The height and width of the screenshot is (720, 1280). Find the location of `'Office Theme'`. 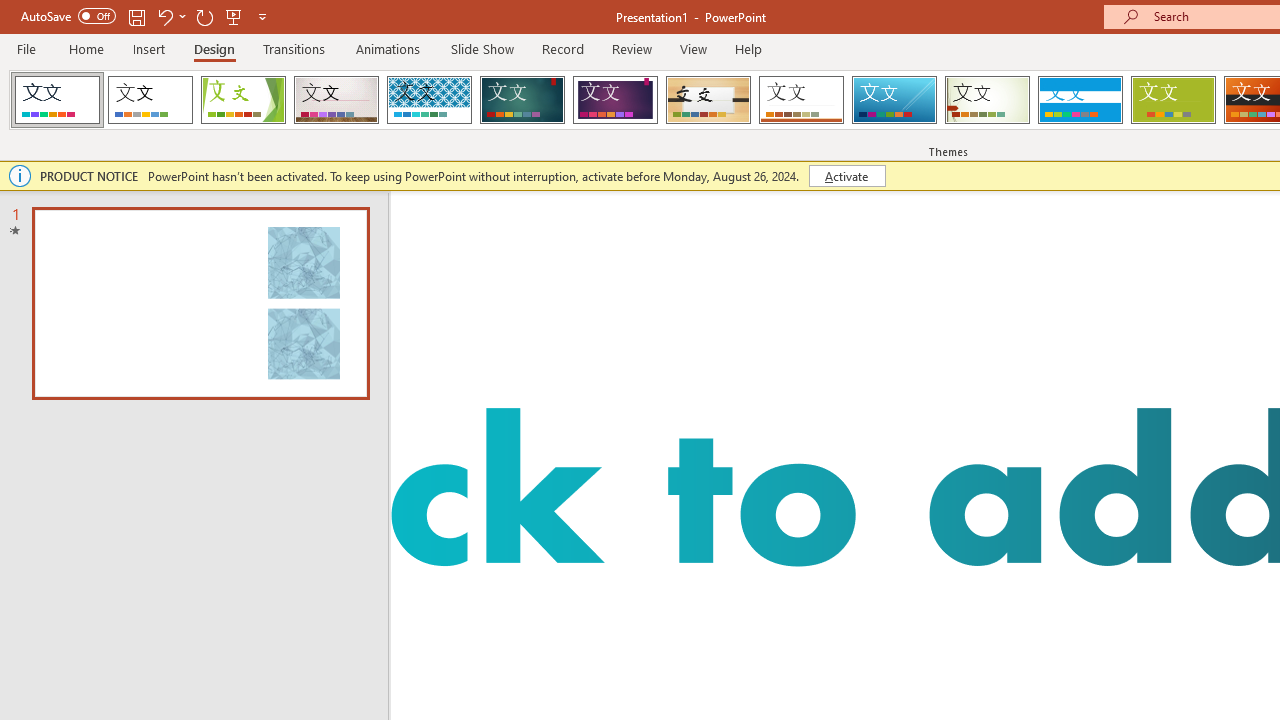

'Office Theme' is located at coordinates (149, 100).